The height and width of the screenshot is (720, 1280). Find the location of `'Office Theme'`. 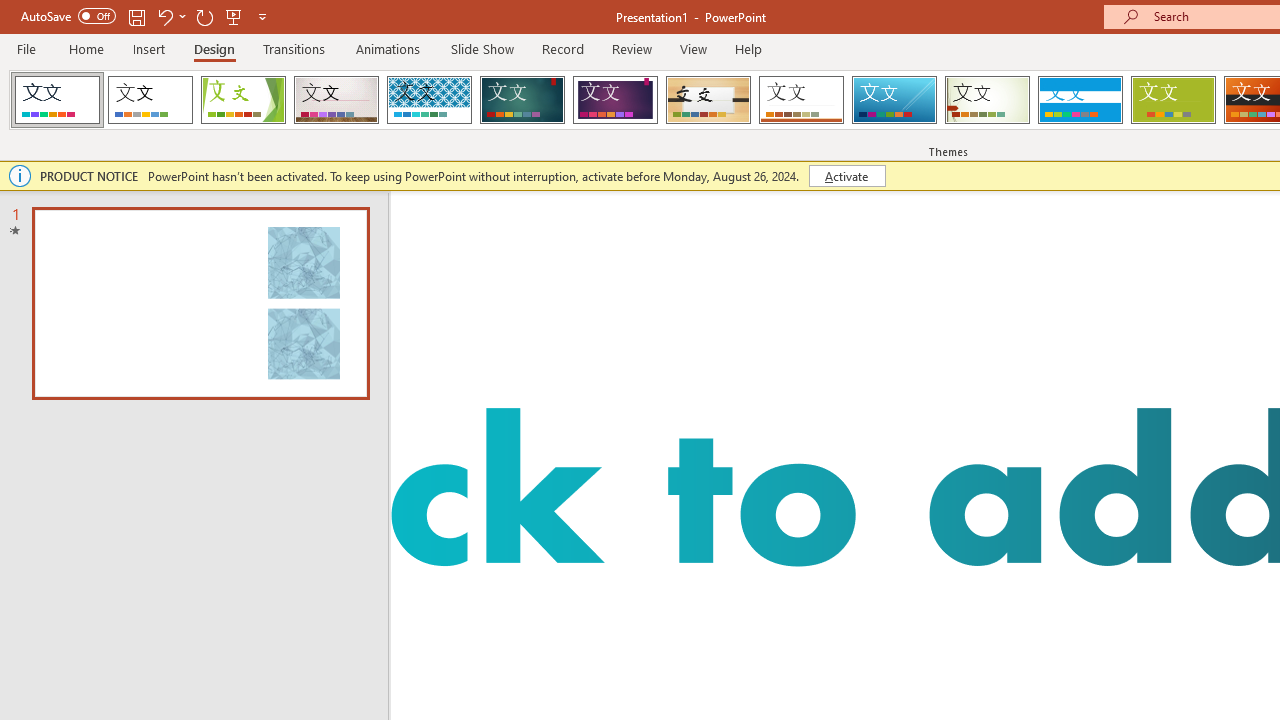

'Office Theme' is located at coordinates (149, 100).